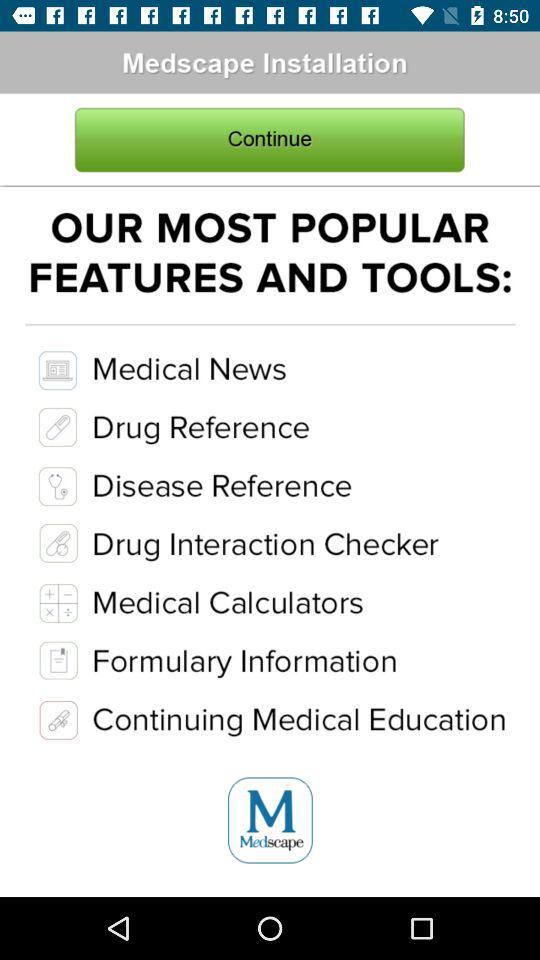  Describe the element at coordinates (269, 139) in the screenshot. I see `continue button` at that location.